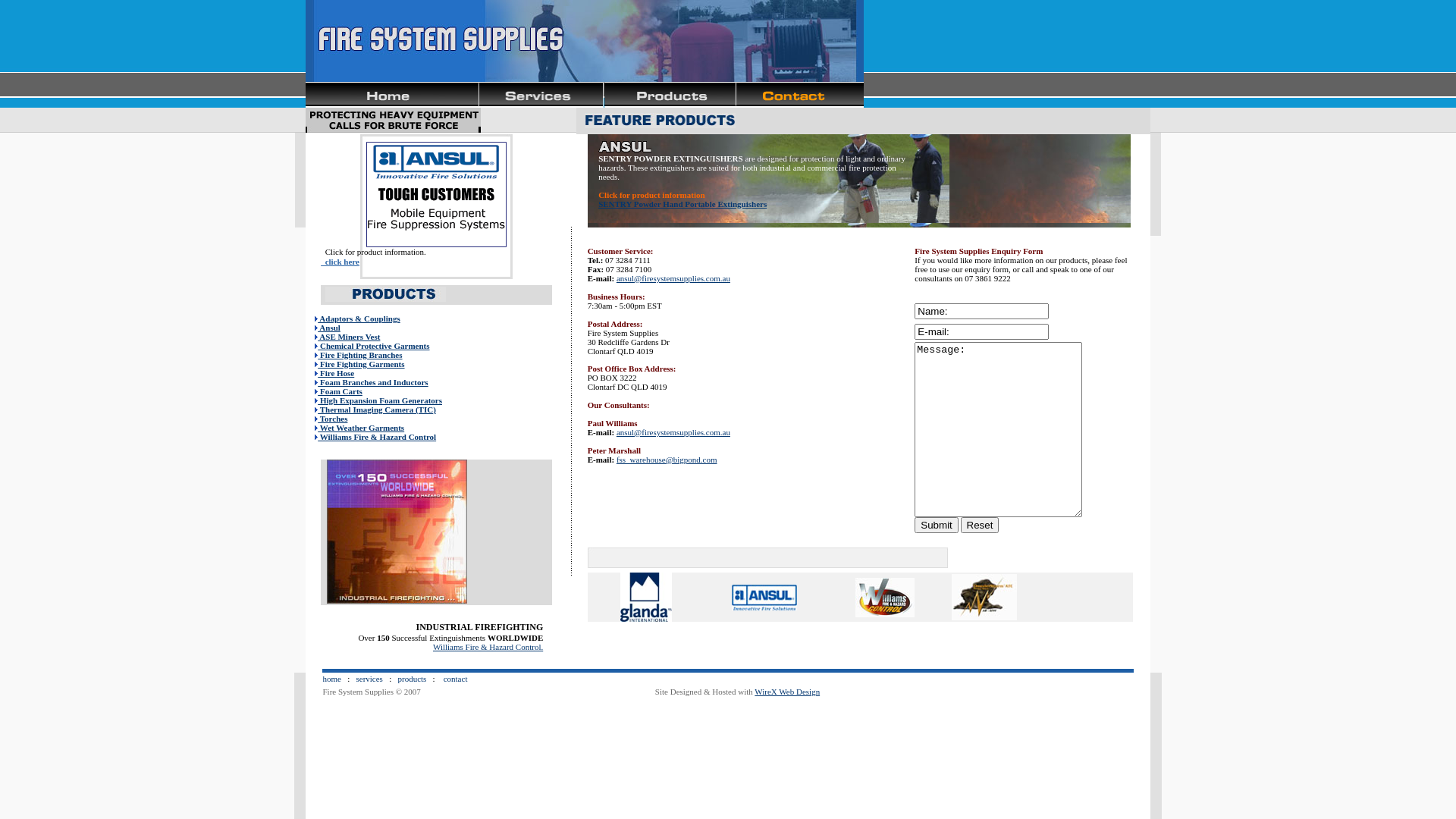  Describe the element at coordinates (375, 409) in the screenshot. I see `' Thermal Imaging Camera (TIC)'` at that location.